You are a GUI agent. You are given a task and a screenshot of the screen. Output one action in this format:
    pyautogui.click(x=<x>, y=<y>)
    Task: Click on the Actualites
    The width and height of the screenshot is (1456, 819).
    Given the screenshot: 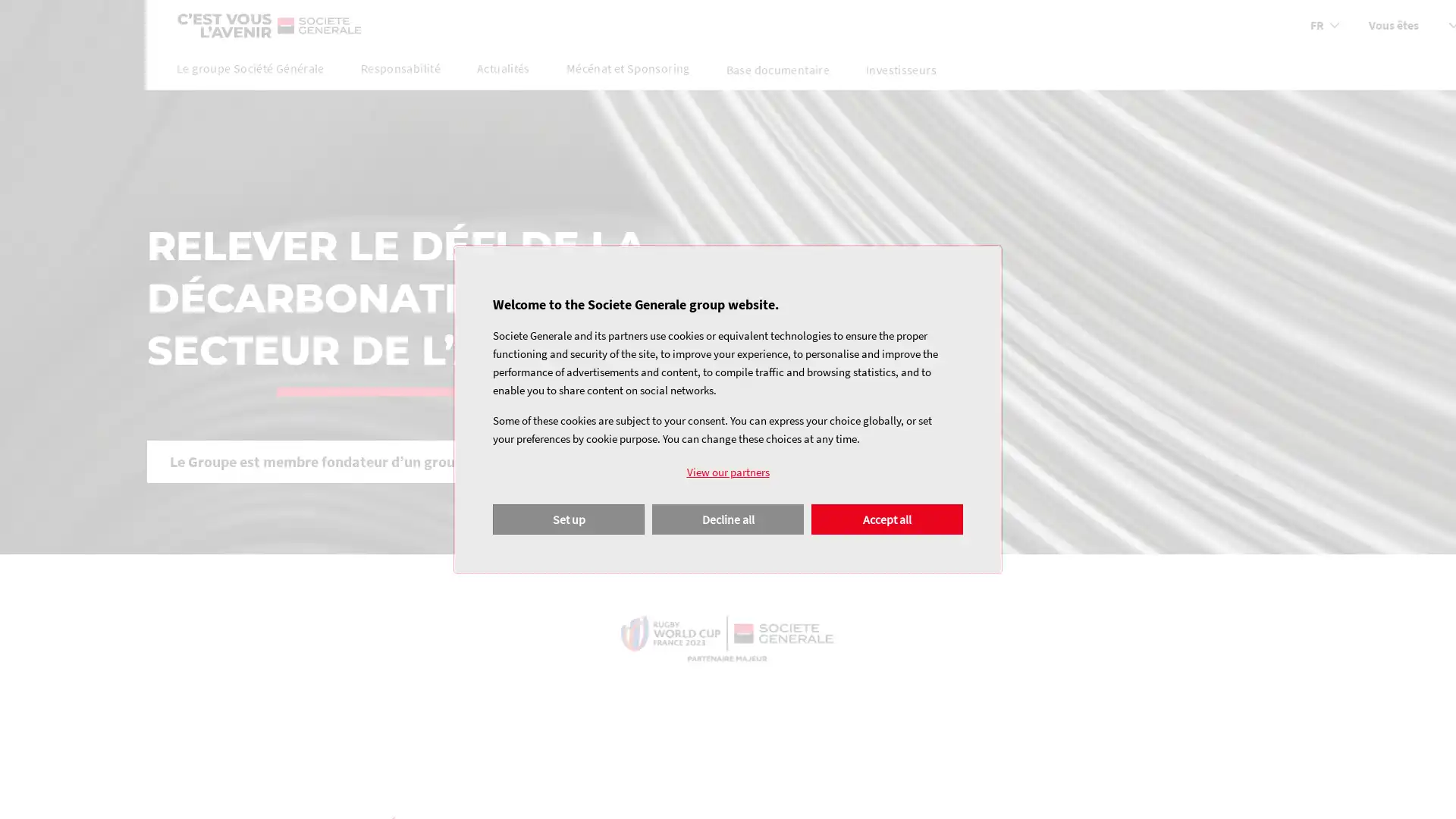 What is the action you would take?
    pyautogui.click(x=503, y=127)
    